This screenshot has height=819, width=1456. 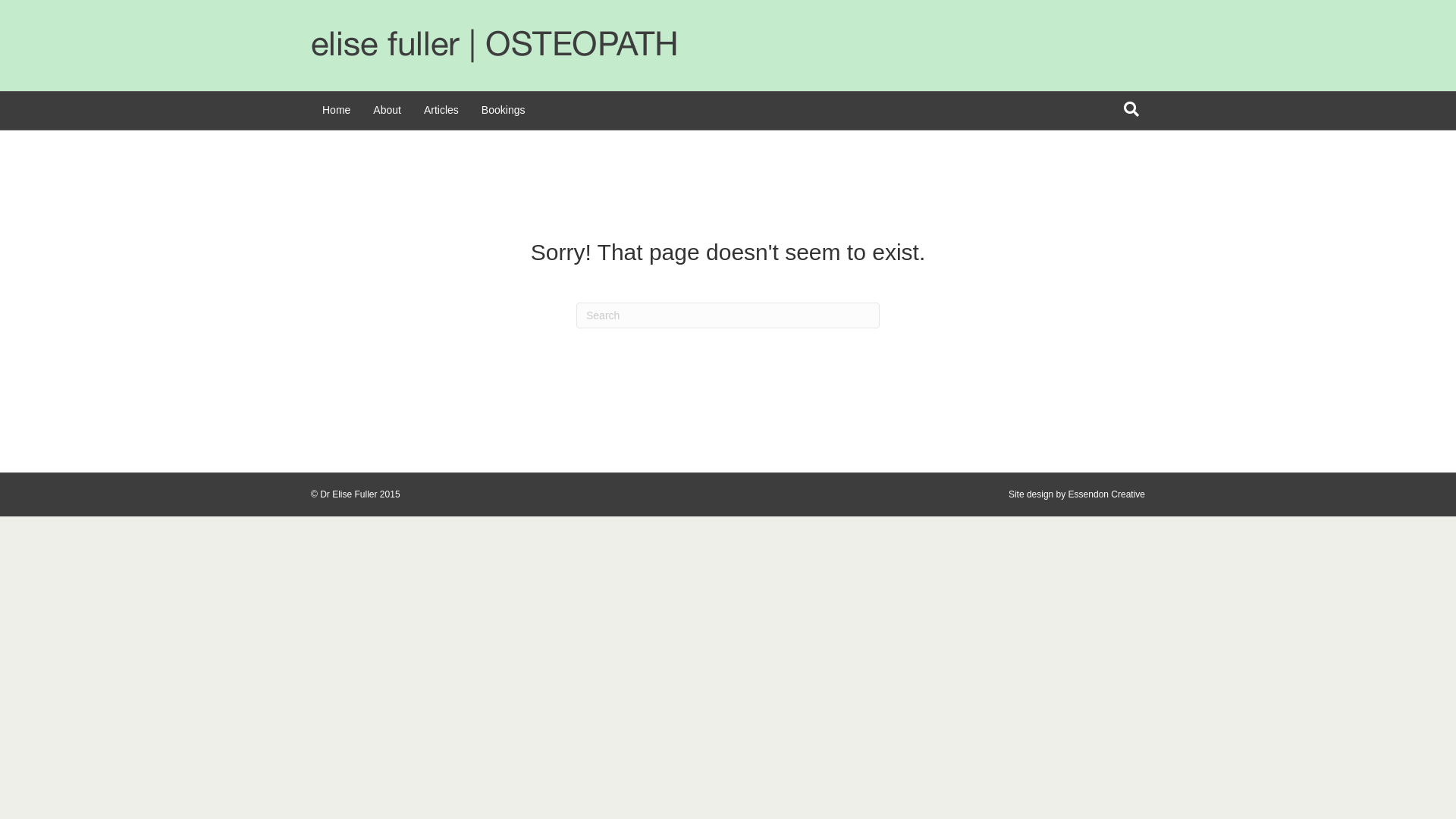 What do you see at coordinates (387, 110) in the screenshot?
I see `'About'` at bounding box center [387, 110].